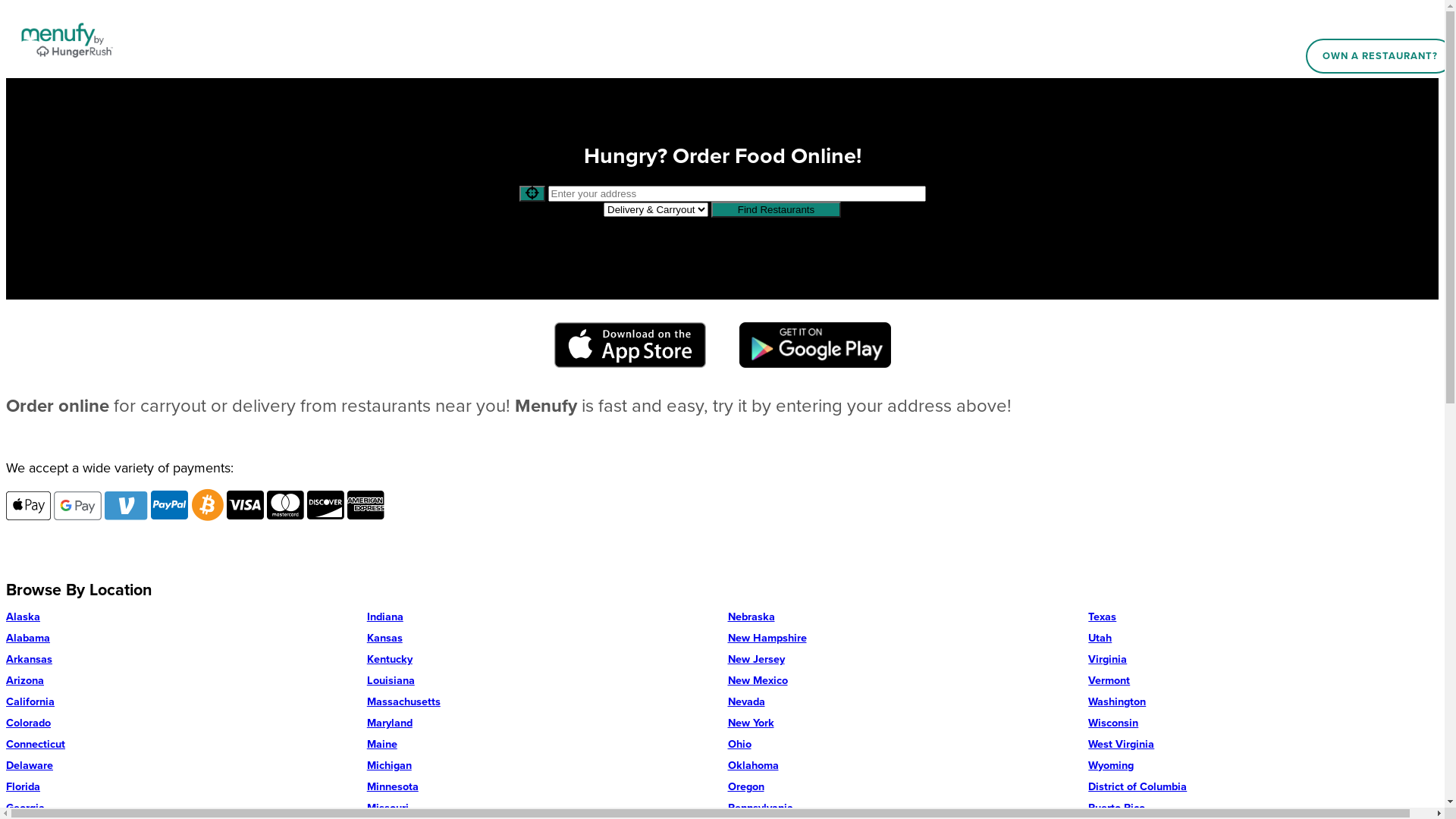 The image size is (1456, 819). I want to click on 'Alaska', so click(6, 617).